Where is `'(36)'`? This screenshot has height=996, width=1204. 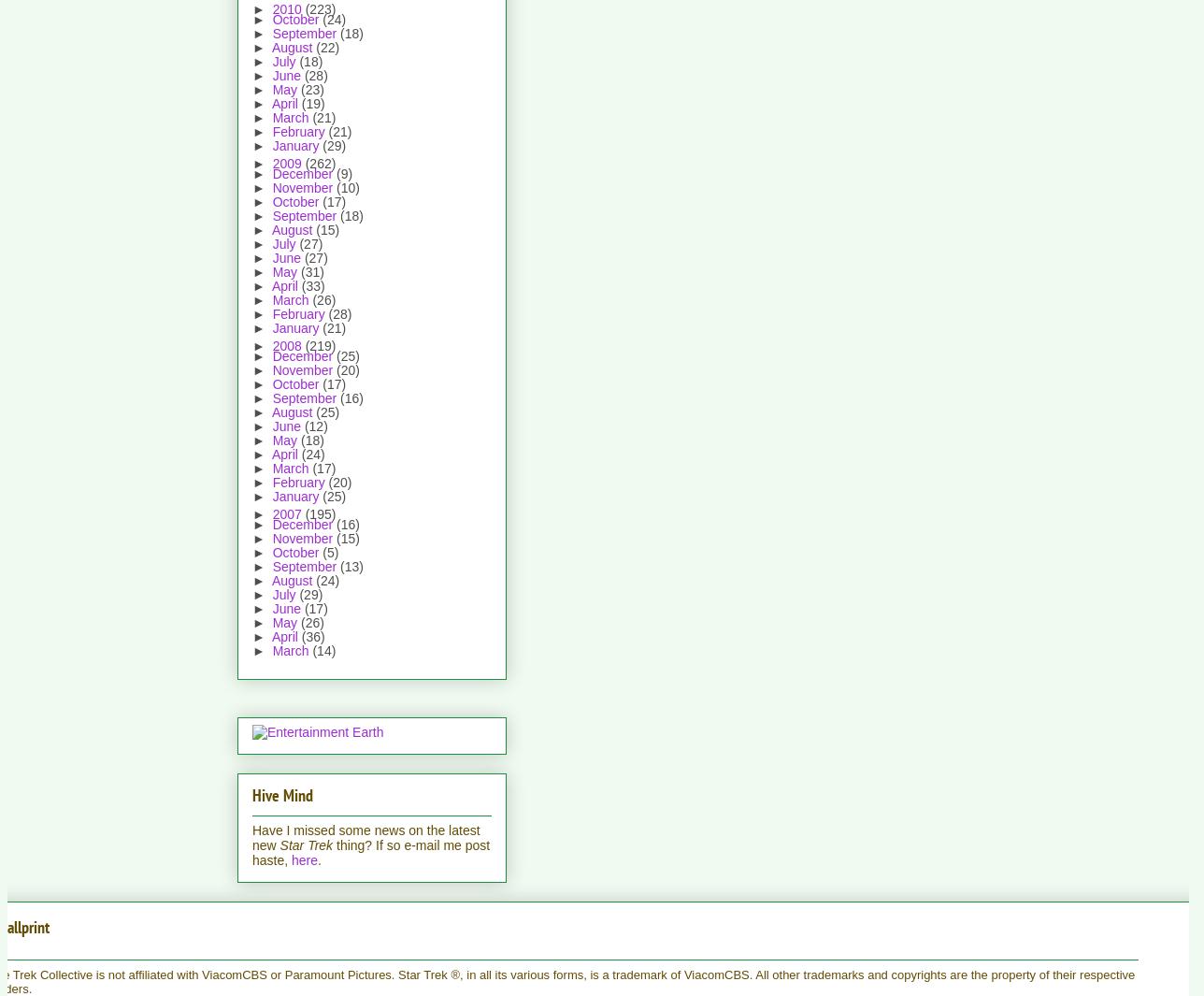 '(36)' is located at coordinates (312, 636).